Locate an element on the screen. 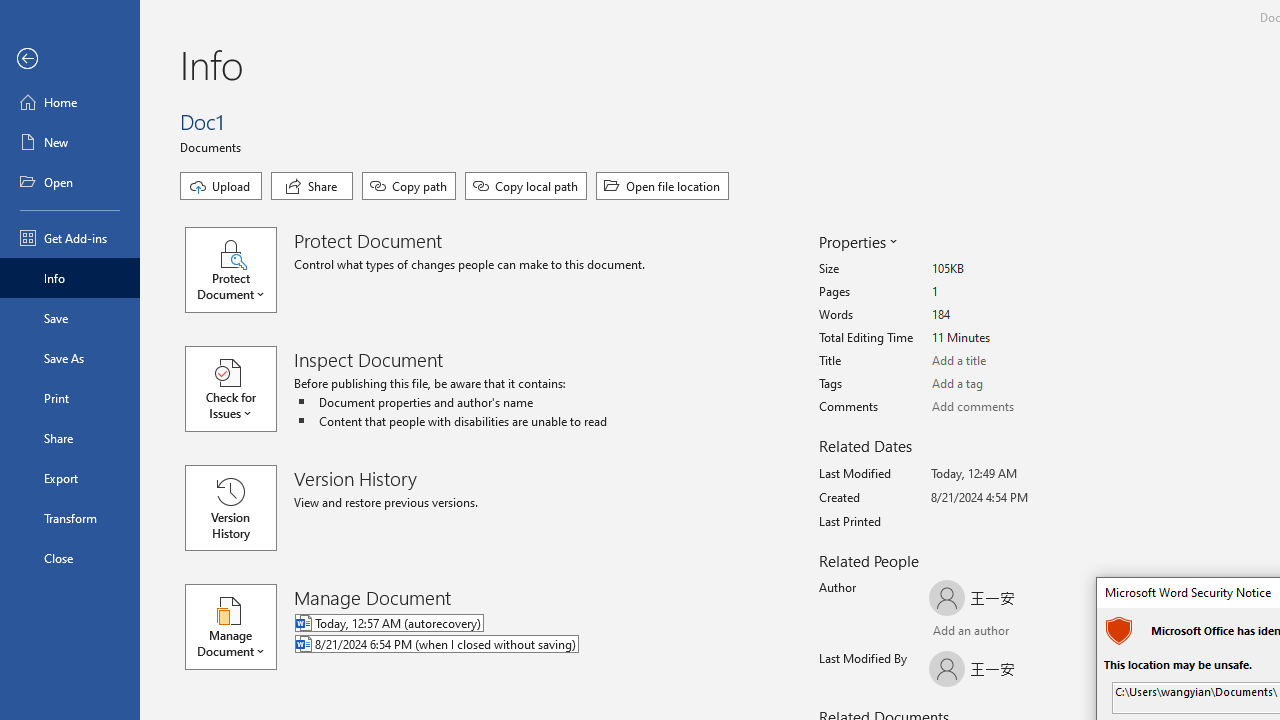  'Manage Document' is located at coordinates (240, 626).